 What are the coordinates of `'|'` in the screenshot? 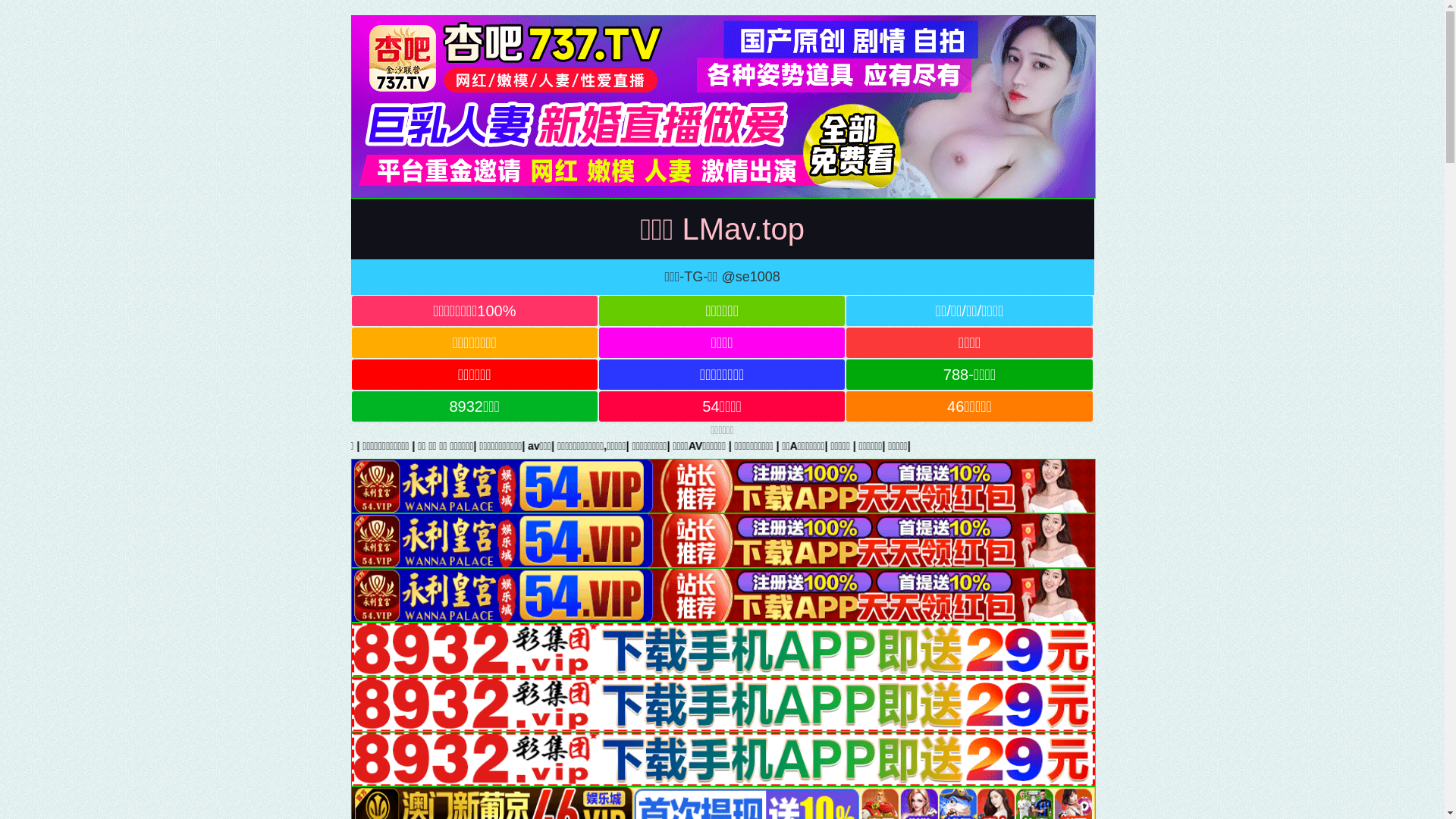 It's located at (355, 444).